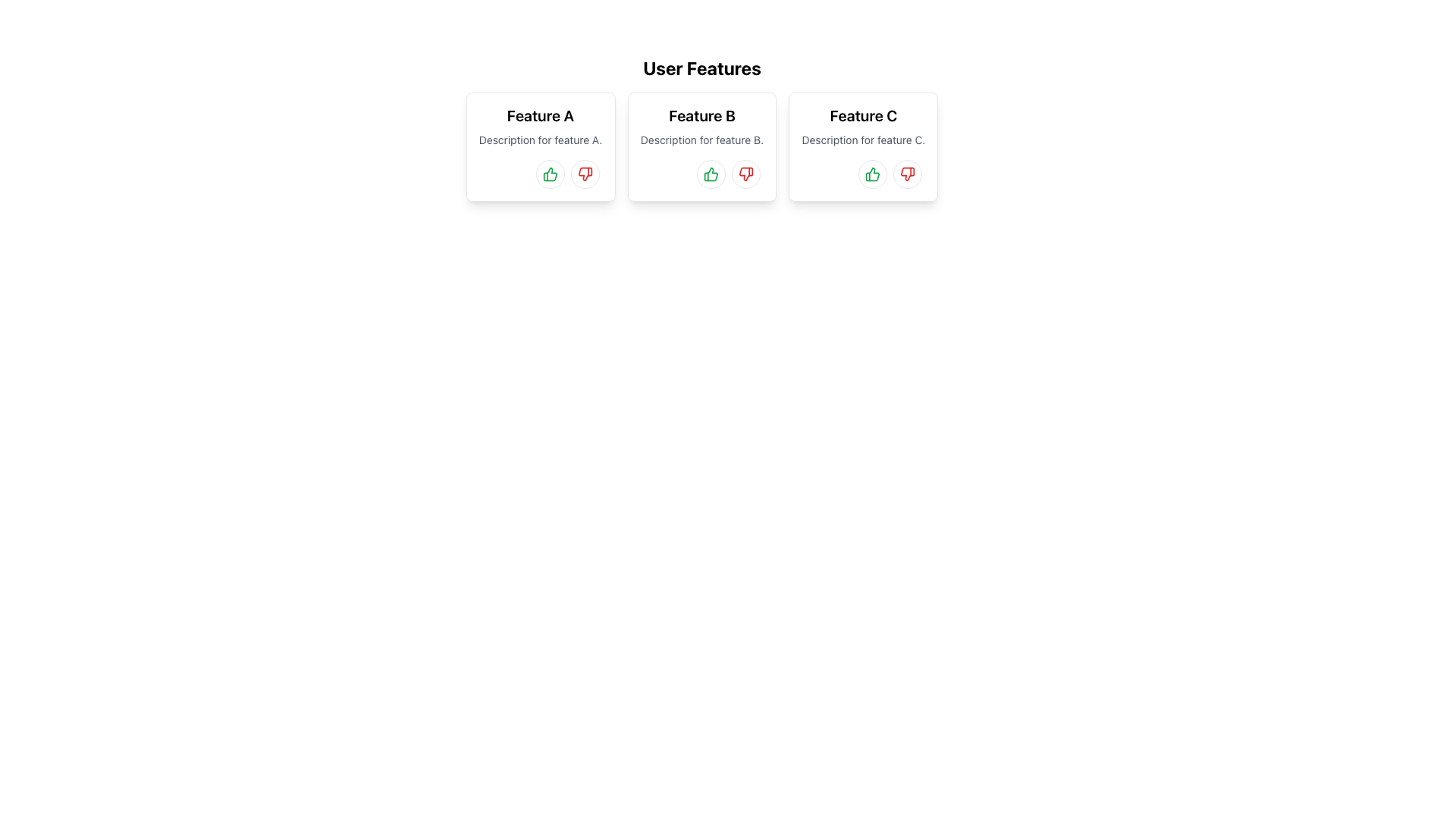 The width and height of the screenshot is (1456, 819). Describe the element at coordinates (863, 174) in the screenshot. I see `the green thumbs-up icon button located in the footer area of the 'Feature C' panel to approve` at that location.